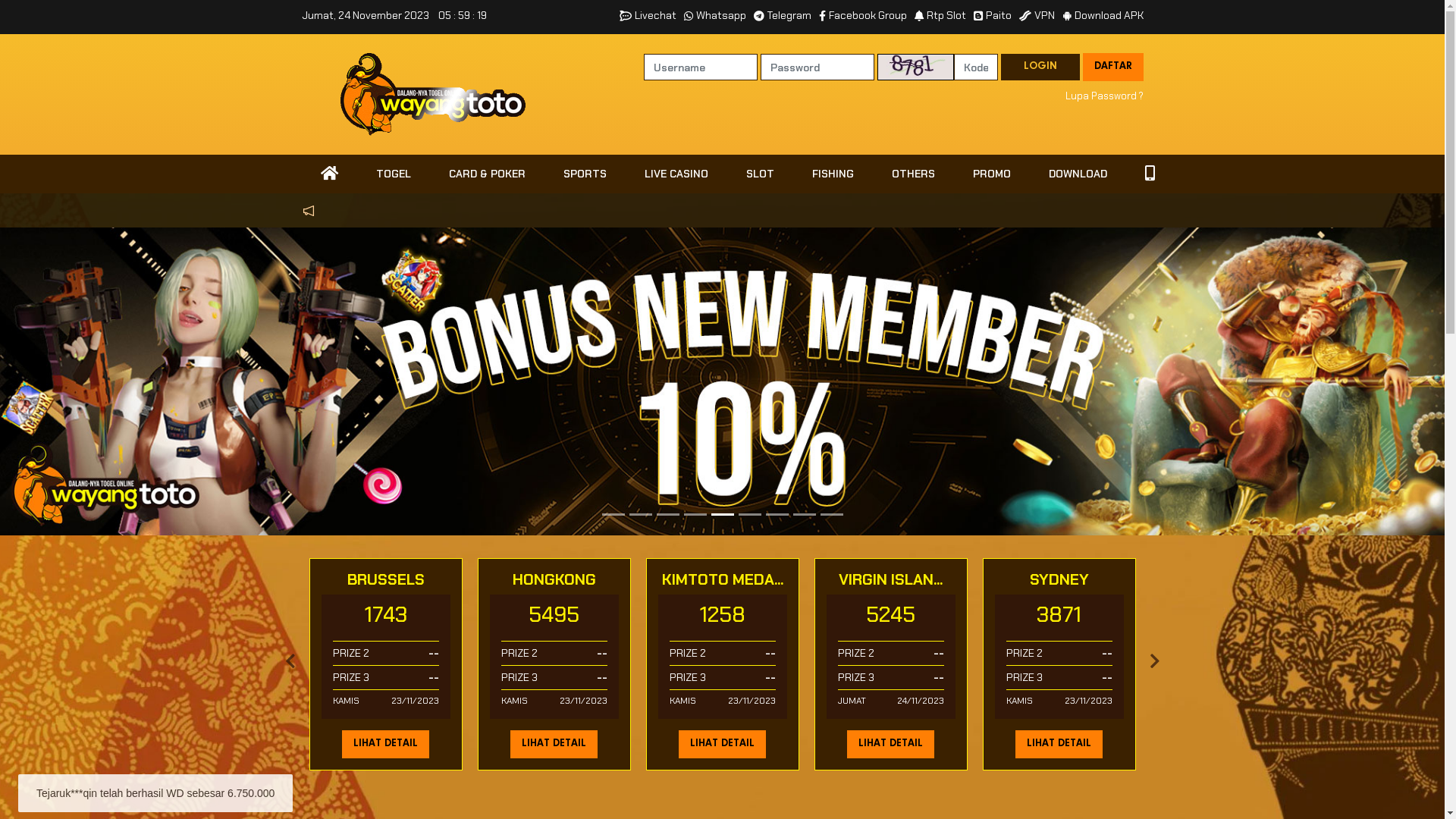  Describe the element at coordinates (356, 173) in the screenshot. I see `'TOGEL'` at that location.